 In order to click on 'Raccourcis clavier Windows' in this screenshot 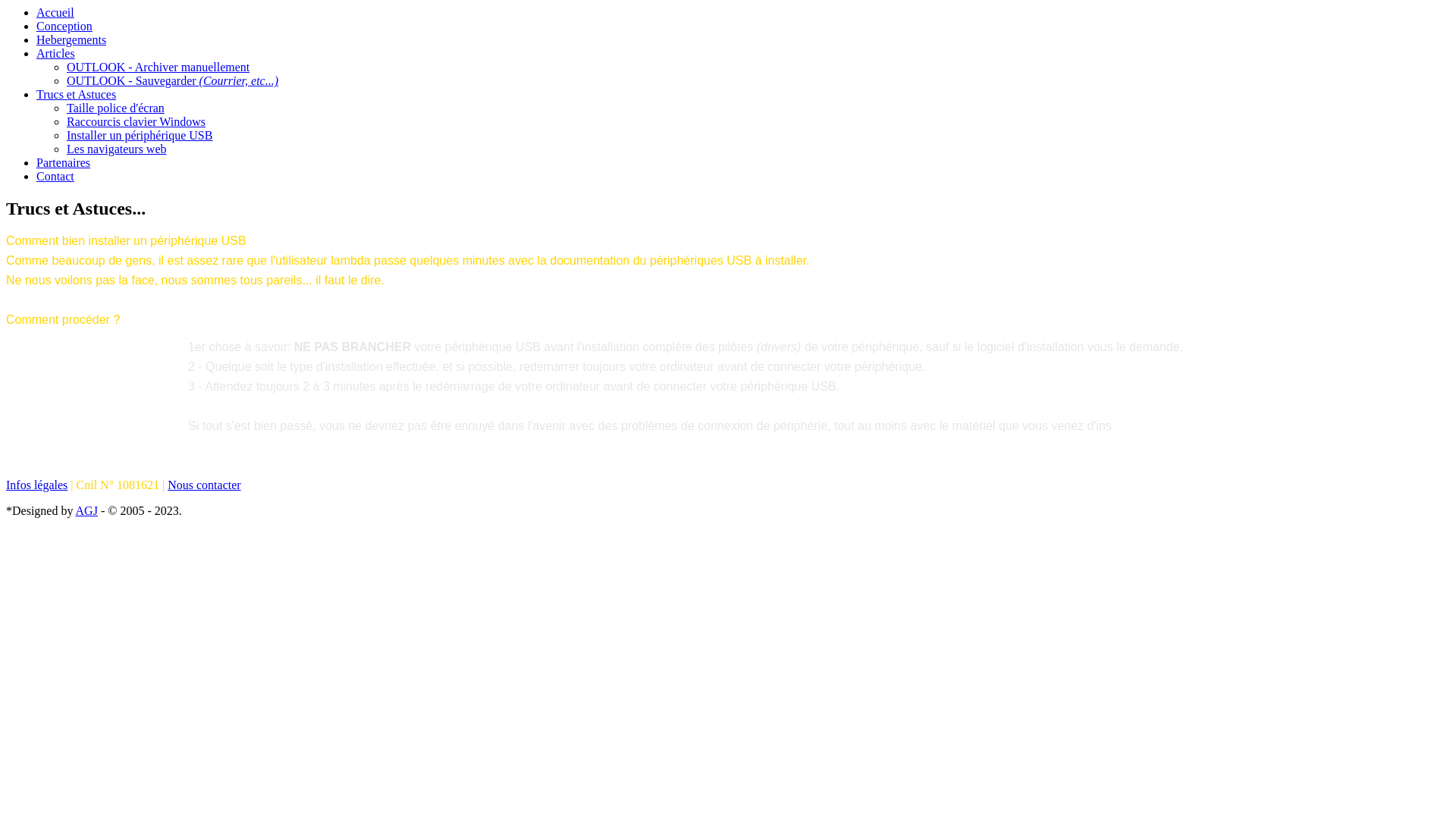, I will do `click(136, 121)`.